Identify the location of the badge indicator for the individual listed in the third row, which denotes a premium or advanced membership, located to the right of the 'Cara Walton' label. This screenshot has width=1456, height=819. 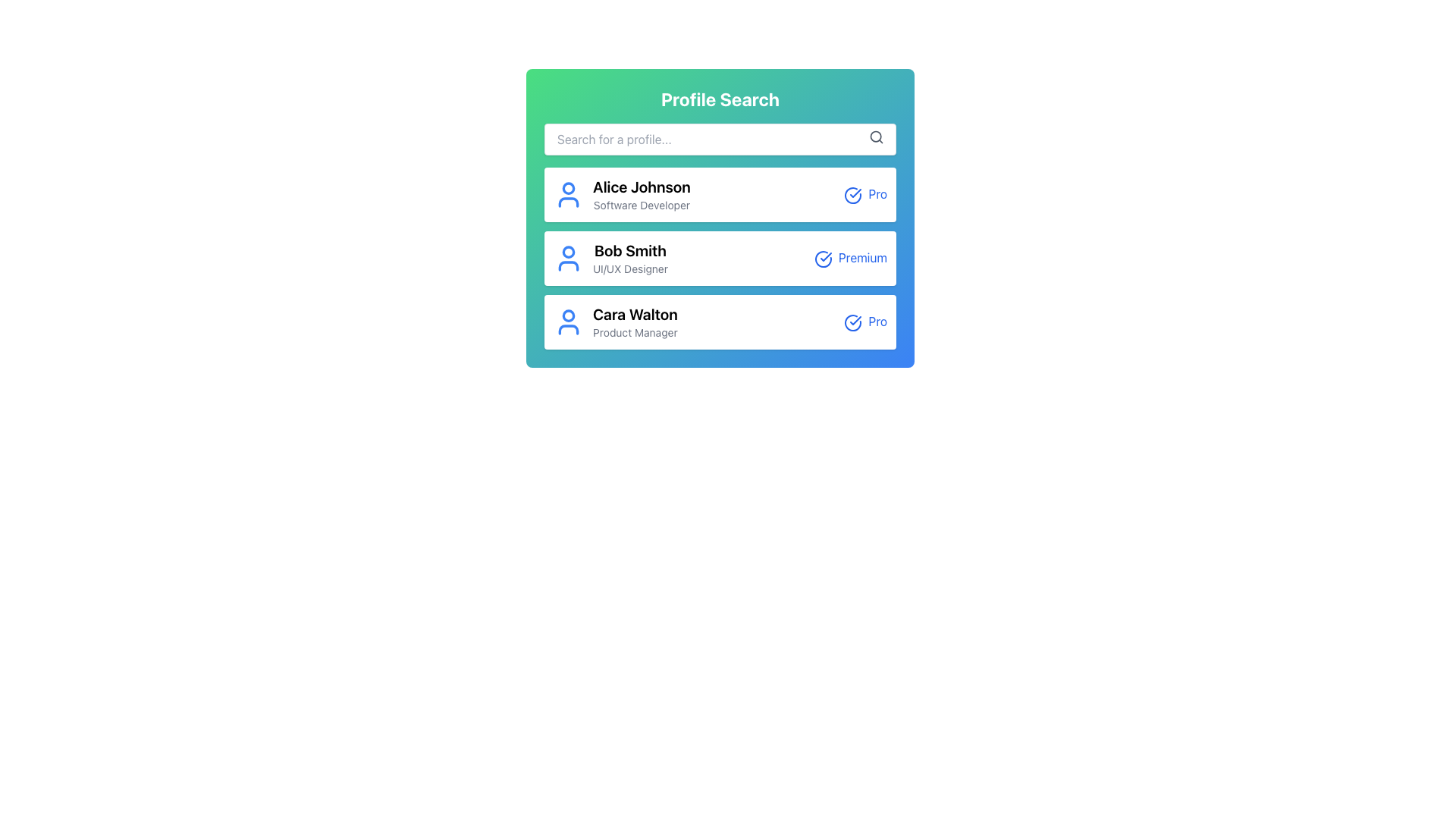
(865, 321).